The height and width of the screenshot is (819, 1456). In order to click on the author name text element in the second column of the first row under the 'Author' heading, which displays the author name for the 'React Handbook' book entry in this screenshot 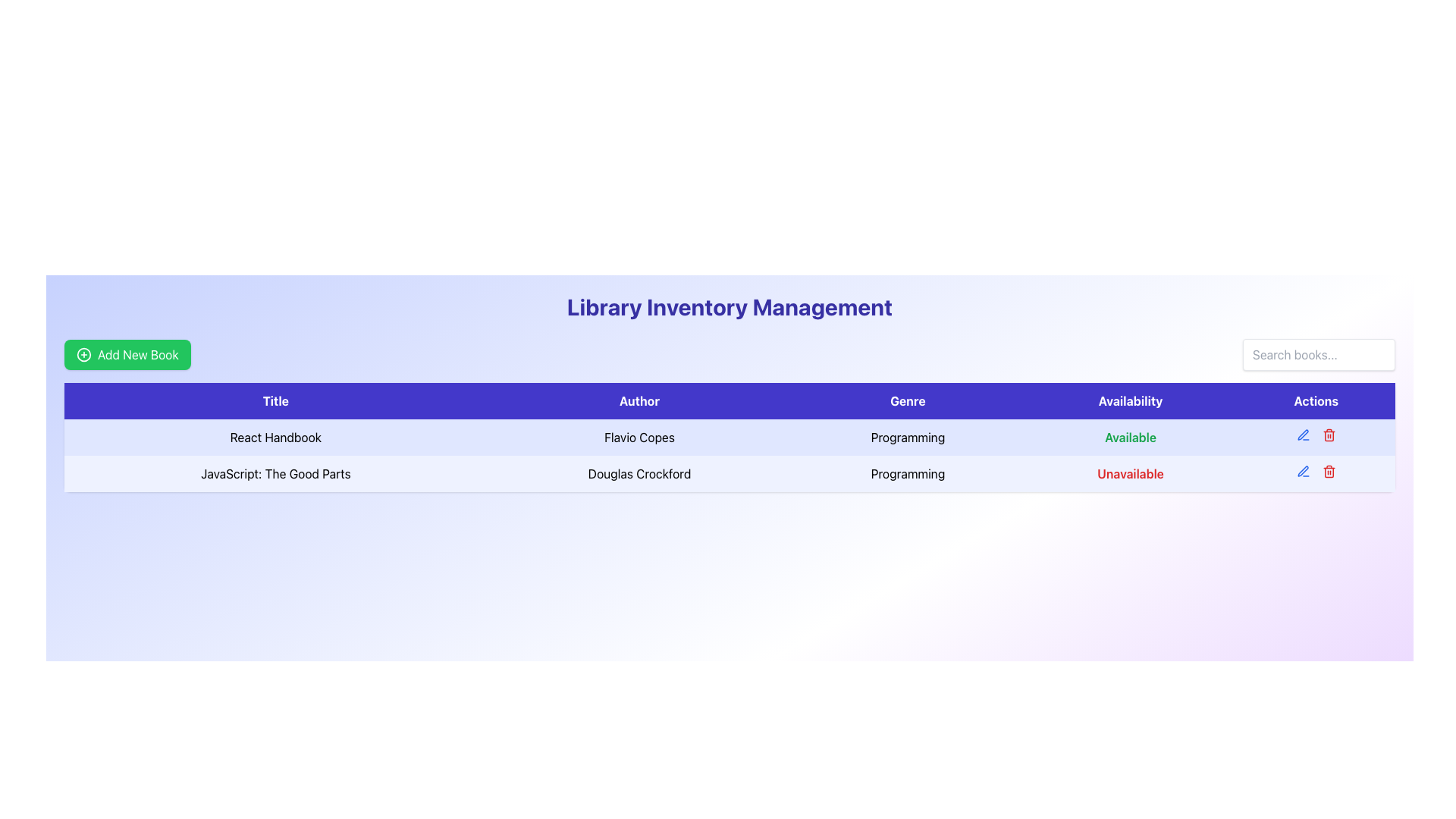, I will do `click(639, 438)`.